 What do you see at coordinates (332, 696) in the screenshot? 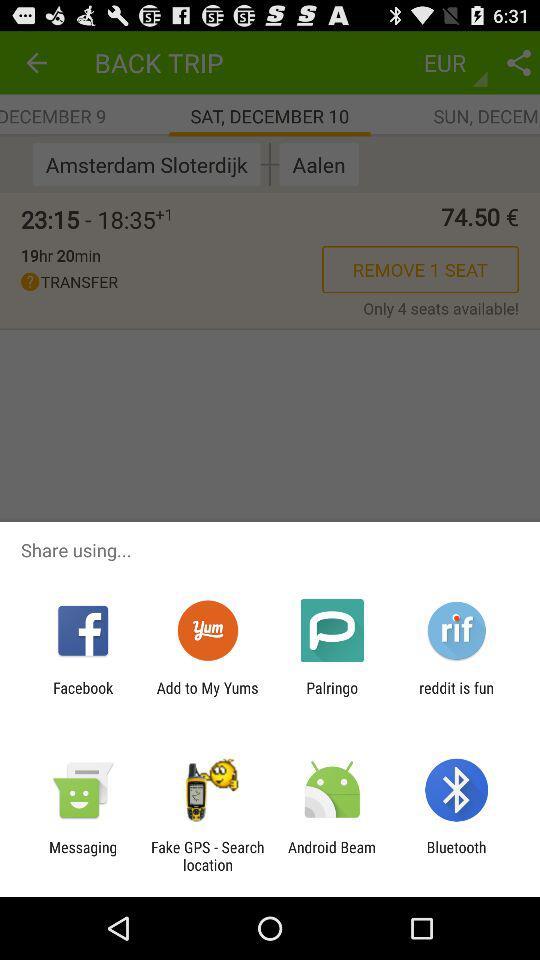
I see `the item to the right of add to my item` at bounding box center [332, 696].